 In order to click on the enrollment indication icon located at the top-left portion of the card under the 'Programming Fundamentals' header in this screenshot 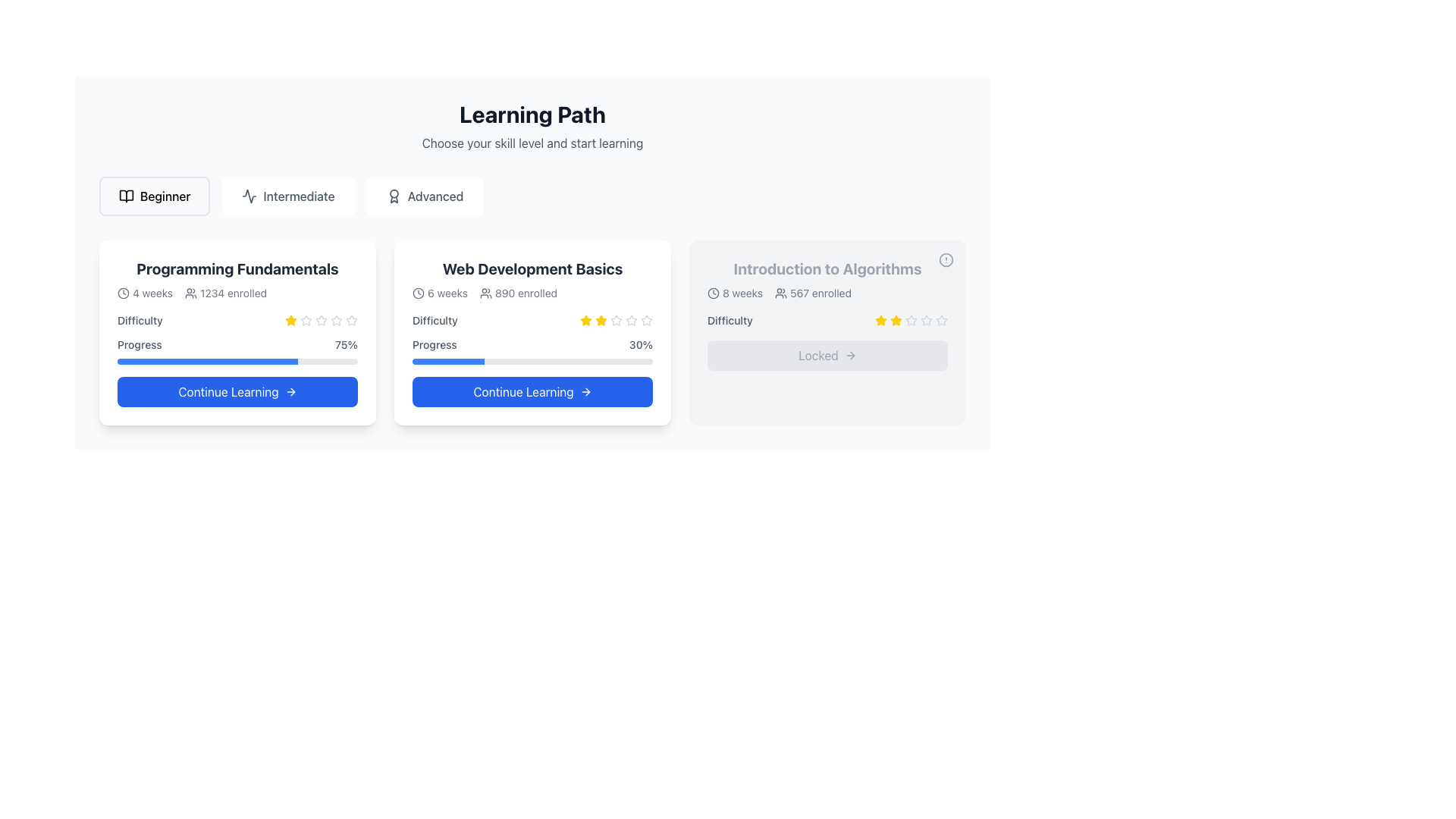, I will do `click(190, 293)`.